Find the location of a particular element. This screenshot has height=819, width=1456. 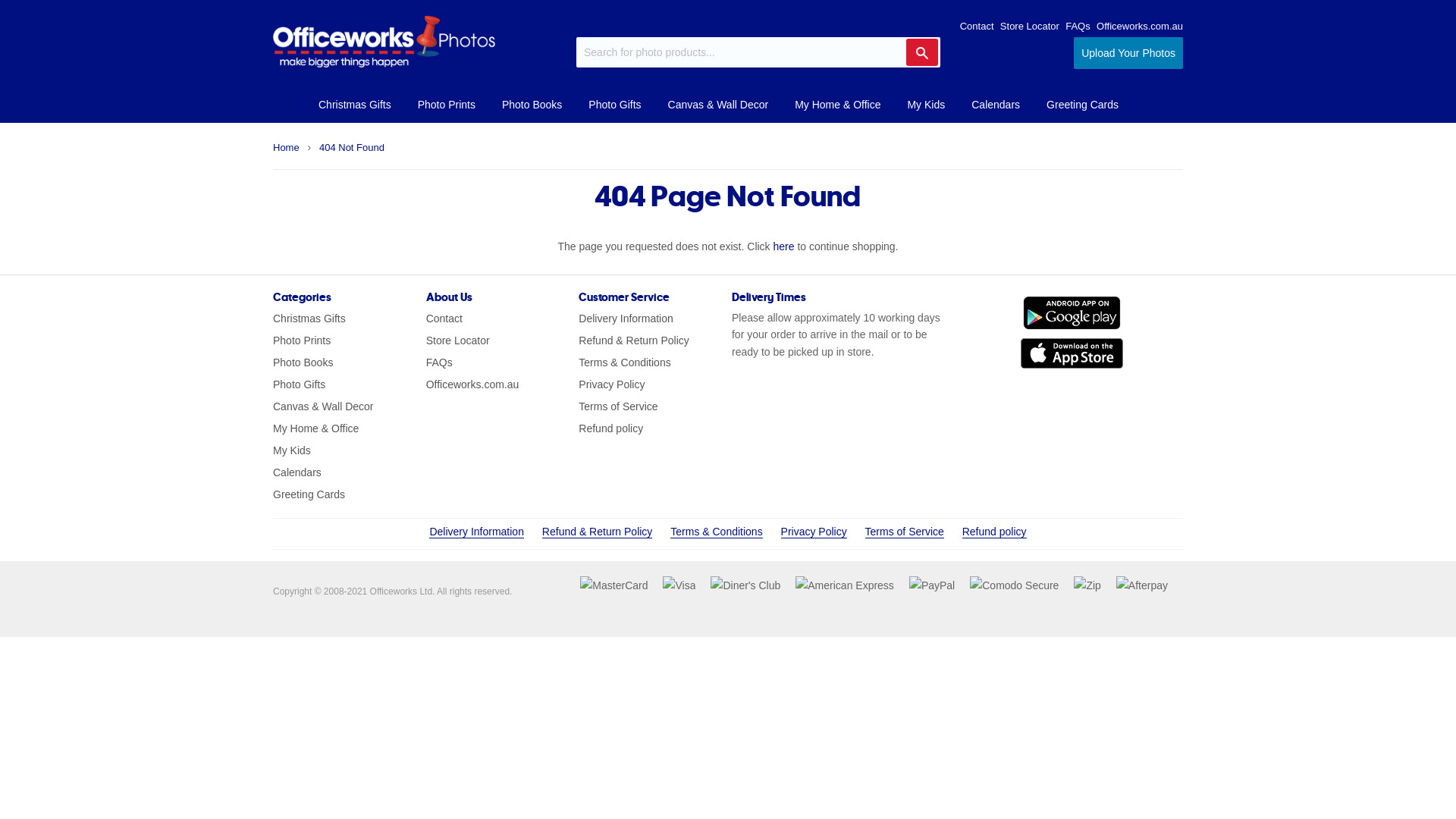

'Refund policy' is located at coordinates (994, 531).